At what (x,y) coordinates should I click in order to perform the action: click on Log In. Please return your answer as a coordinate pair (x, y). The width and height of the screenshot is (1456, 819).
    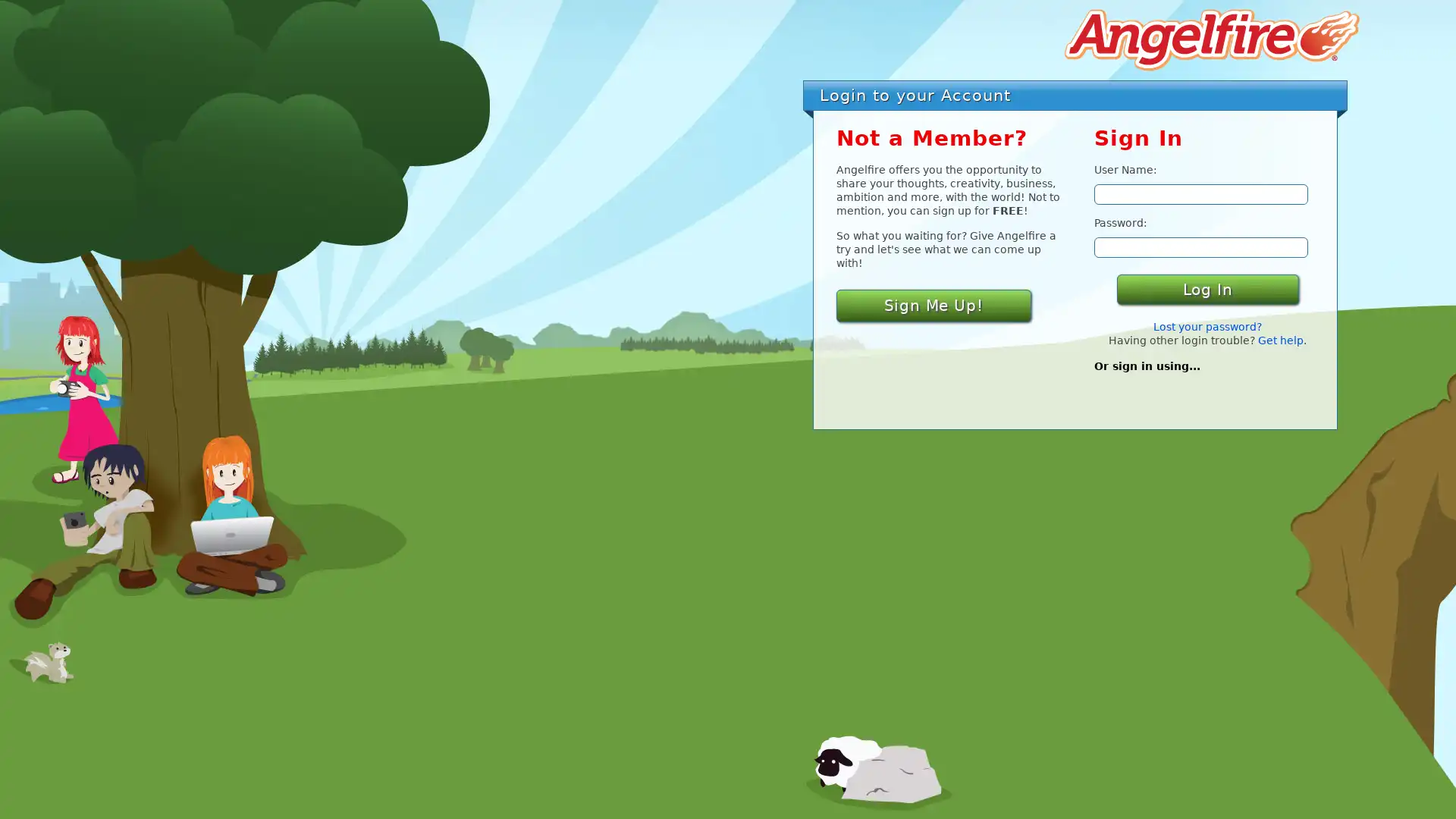
    Looking at the image, I should click on (1207, 289).